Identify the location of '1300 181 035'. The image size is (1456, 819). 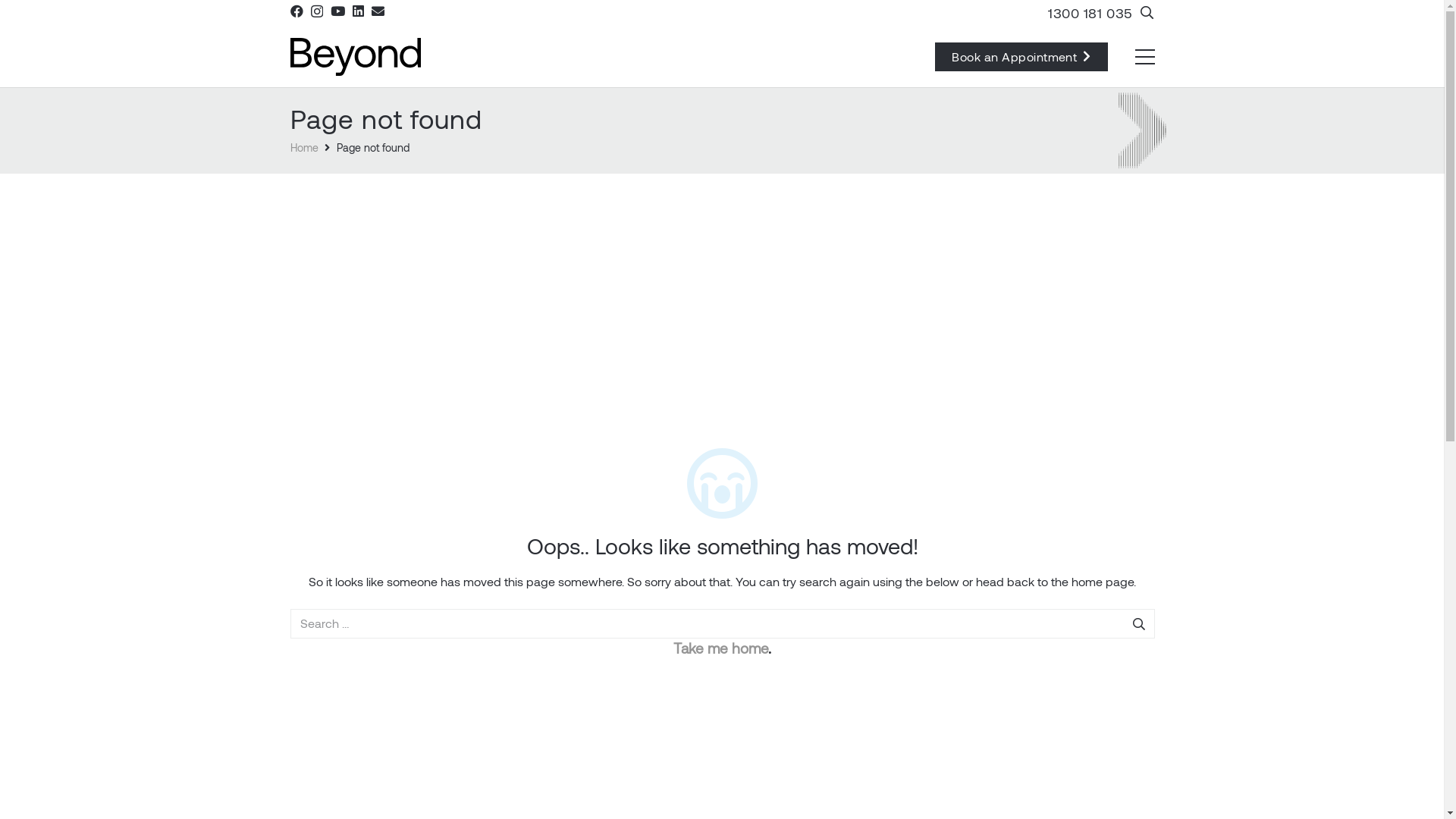
(811, 593).